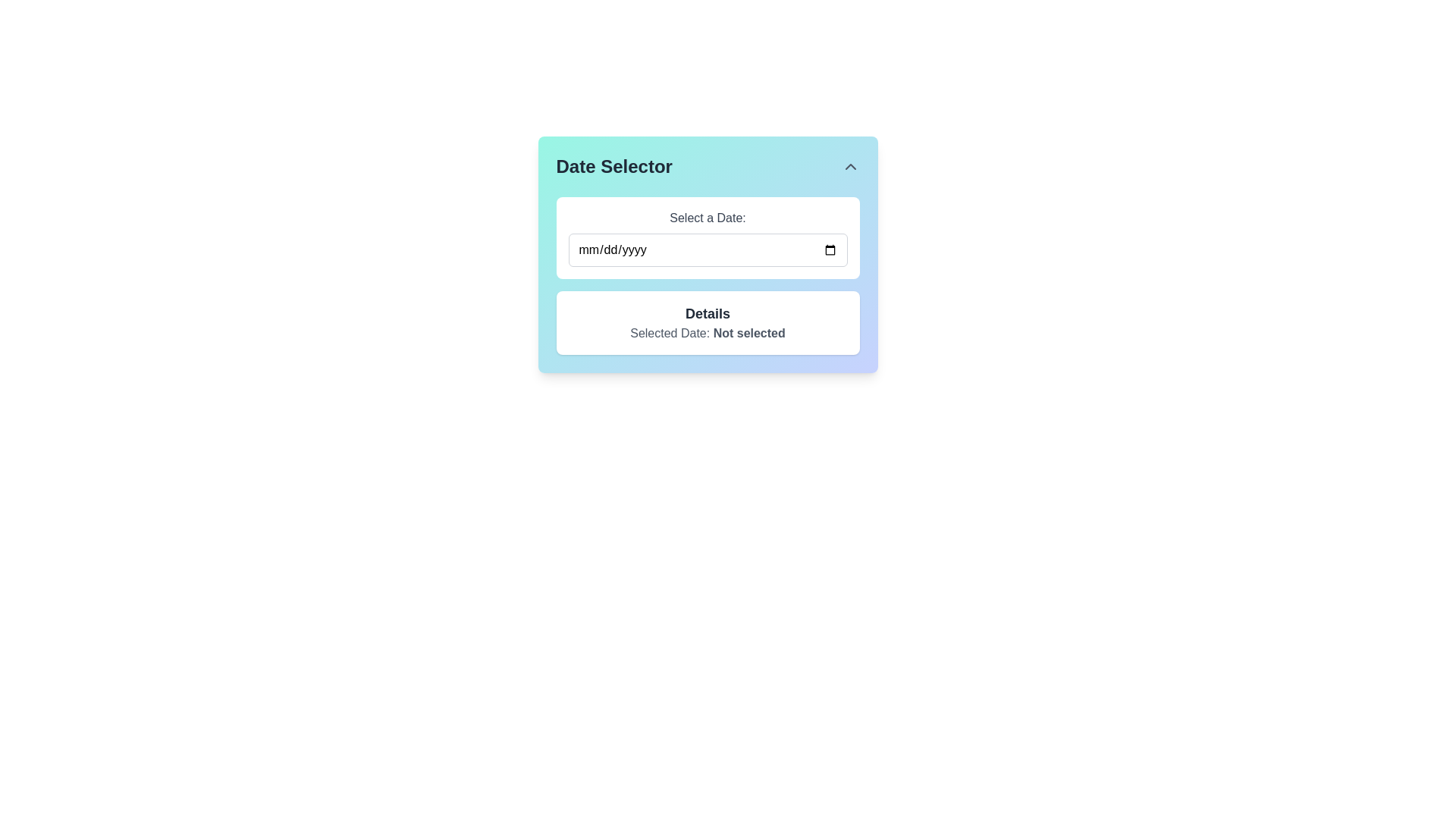  What do you see at coordinates (707, 312) in the screenshot?
I see `the static text label that serves as a section title for the details section in the 'Date Selector' UI card, located above the text 'Selected Date: Not selected'` at bounding box center [707, 312].